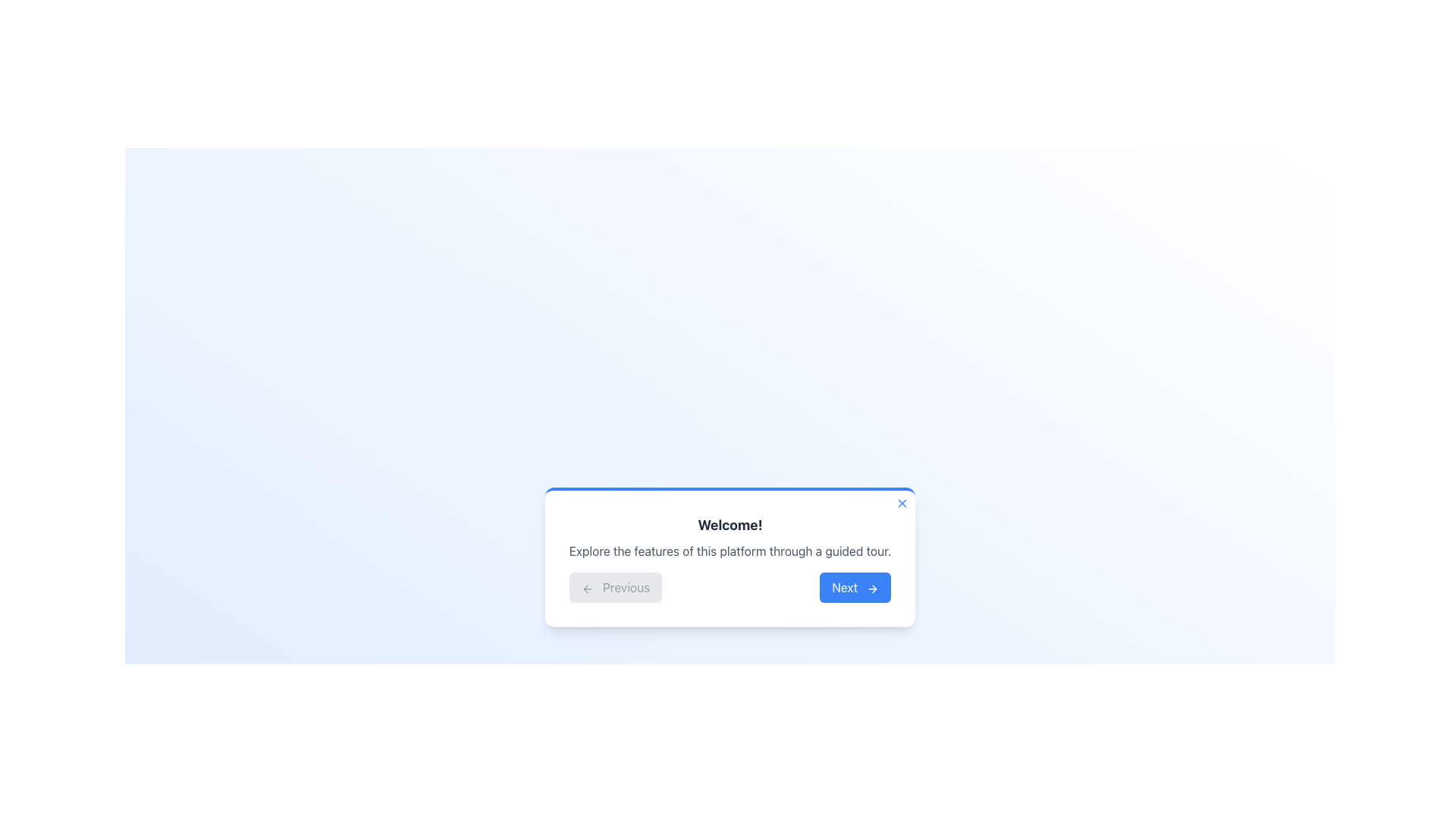  I want to click on the backward navigation icon located to the left of the 'Previous' button at the center bottom of the welcome modal, so click(586, 588).